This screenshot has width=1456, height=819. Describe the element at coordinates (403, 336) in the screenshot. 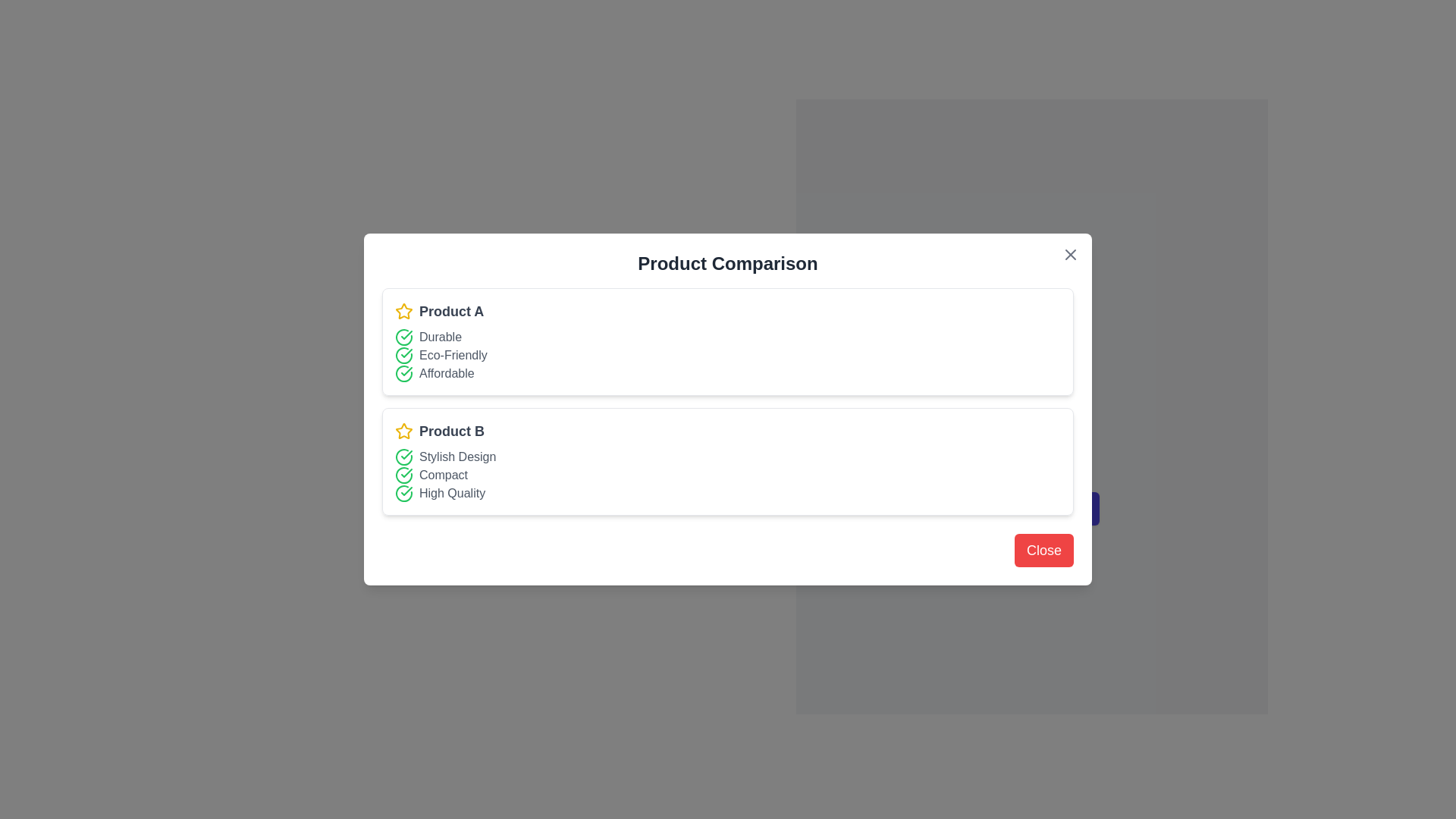

I see `the meaning of the check mark pattern represented` at that location.